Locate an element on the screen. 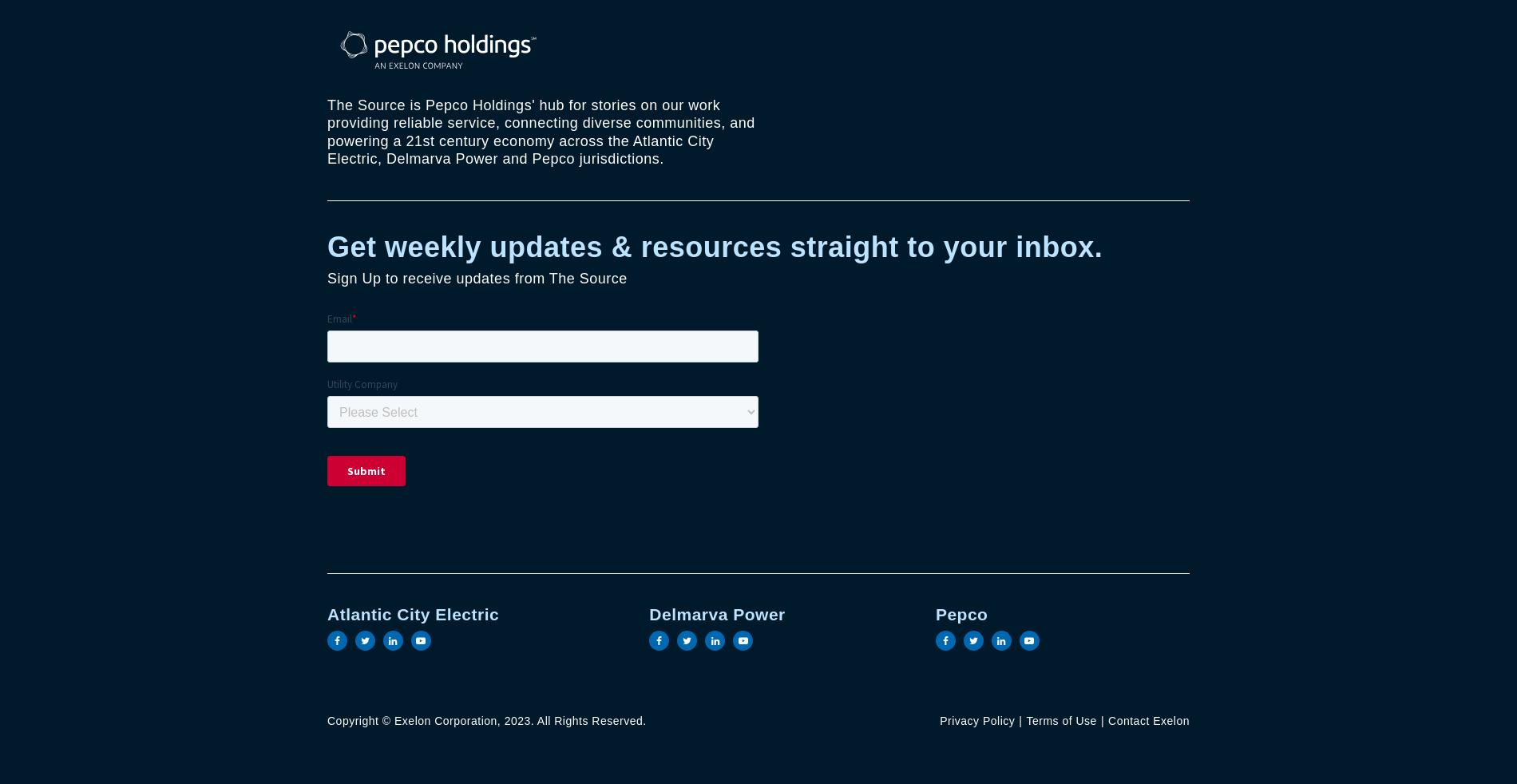 The width and height of the screenshot is (1517, 784). 'Atlantic City Electric' is located at coordinates (413, 614).